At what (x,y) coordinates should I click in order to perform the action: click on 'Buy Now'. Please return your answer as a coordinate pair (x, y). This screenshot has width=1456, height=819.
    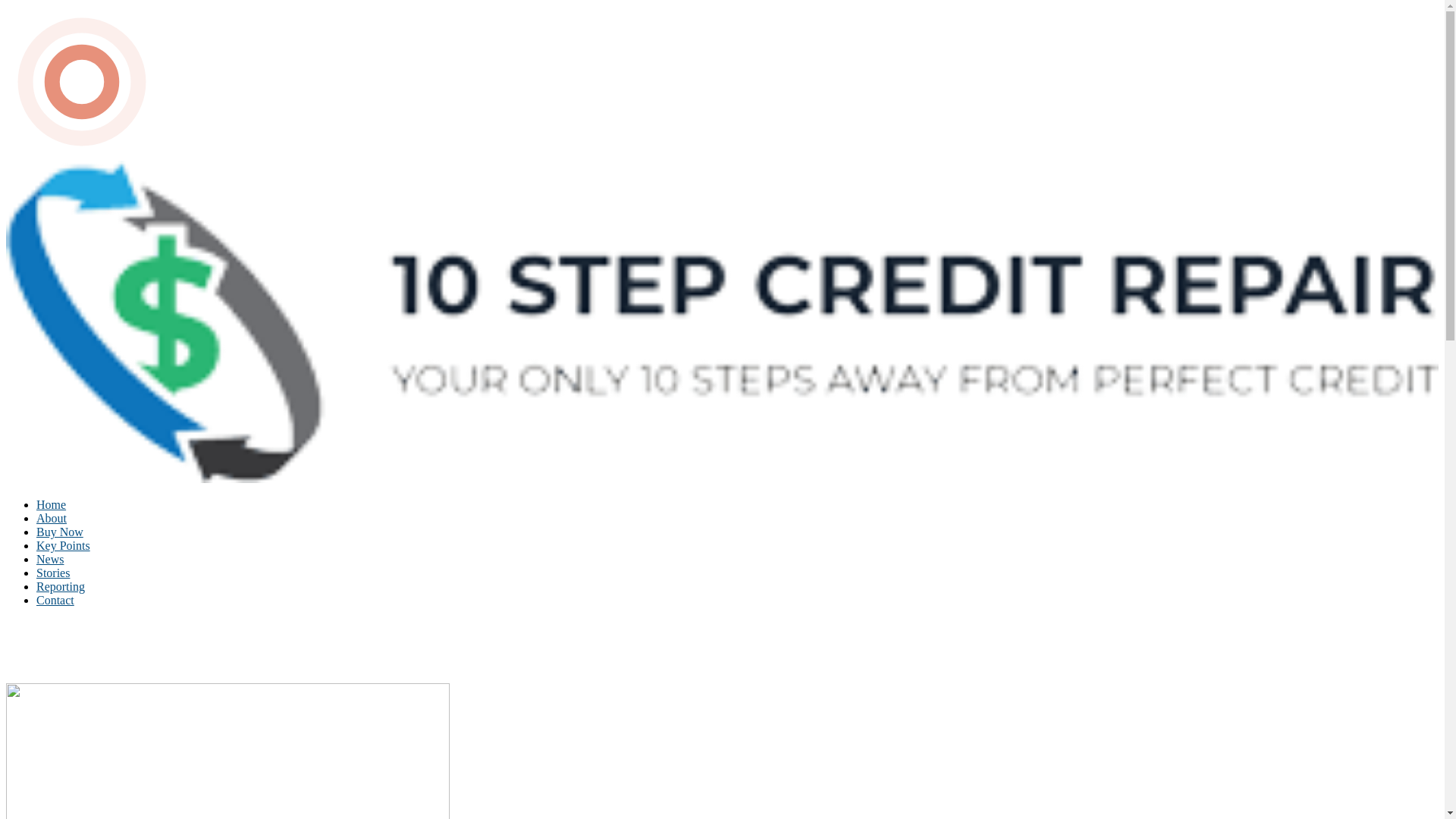
    Looking at the image, I should click on (59, 531).